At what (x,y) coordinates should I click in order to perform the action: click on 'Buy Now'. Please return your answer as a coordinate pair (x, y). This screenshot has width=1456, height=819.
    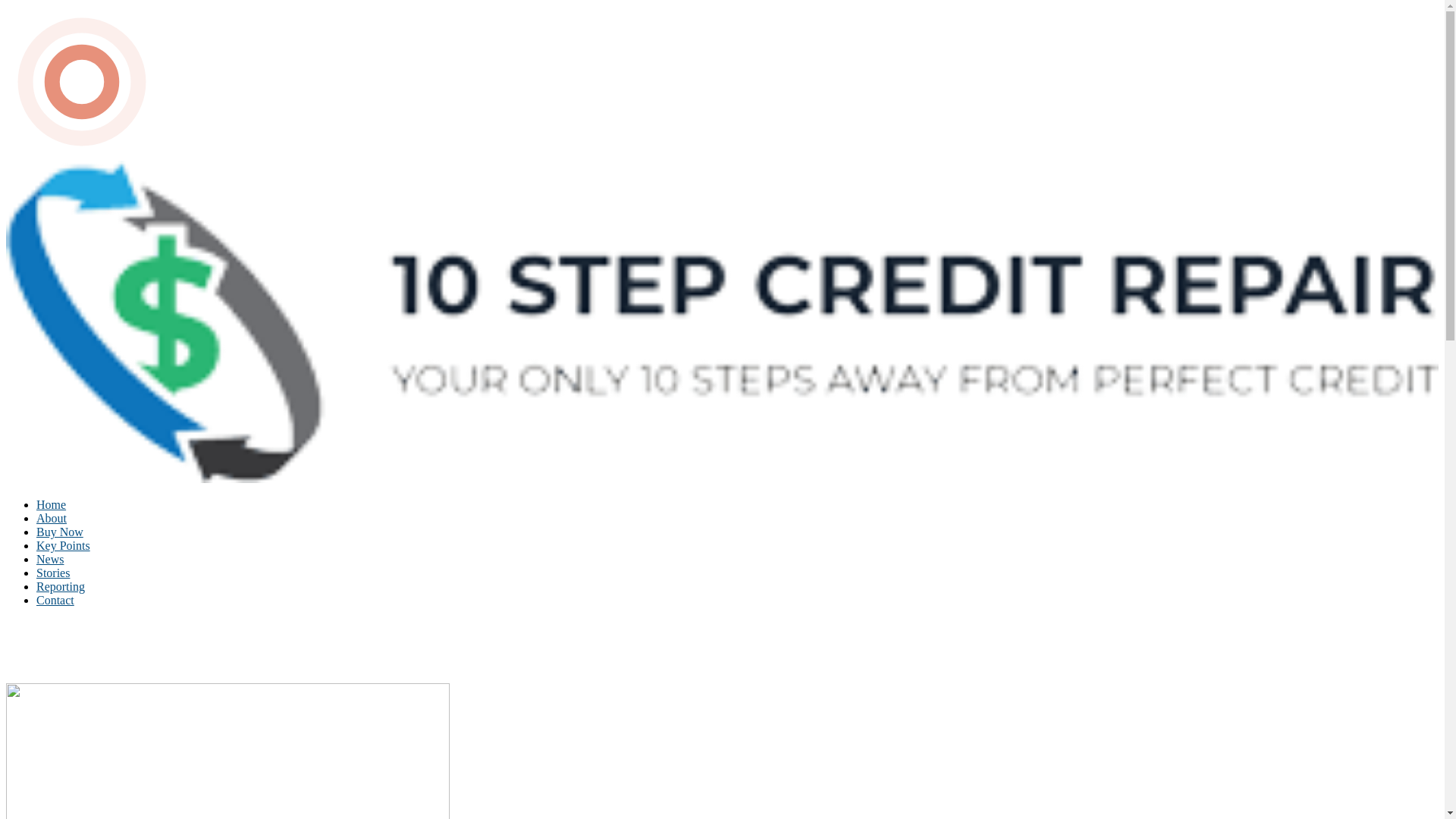
    Looking at the image, I should click on (59, 531).